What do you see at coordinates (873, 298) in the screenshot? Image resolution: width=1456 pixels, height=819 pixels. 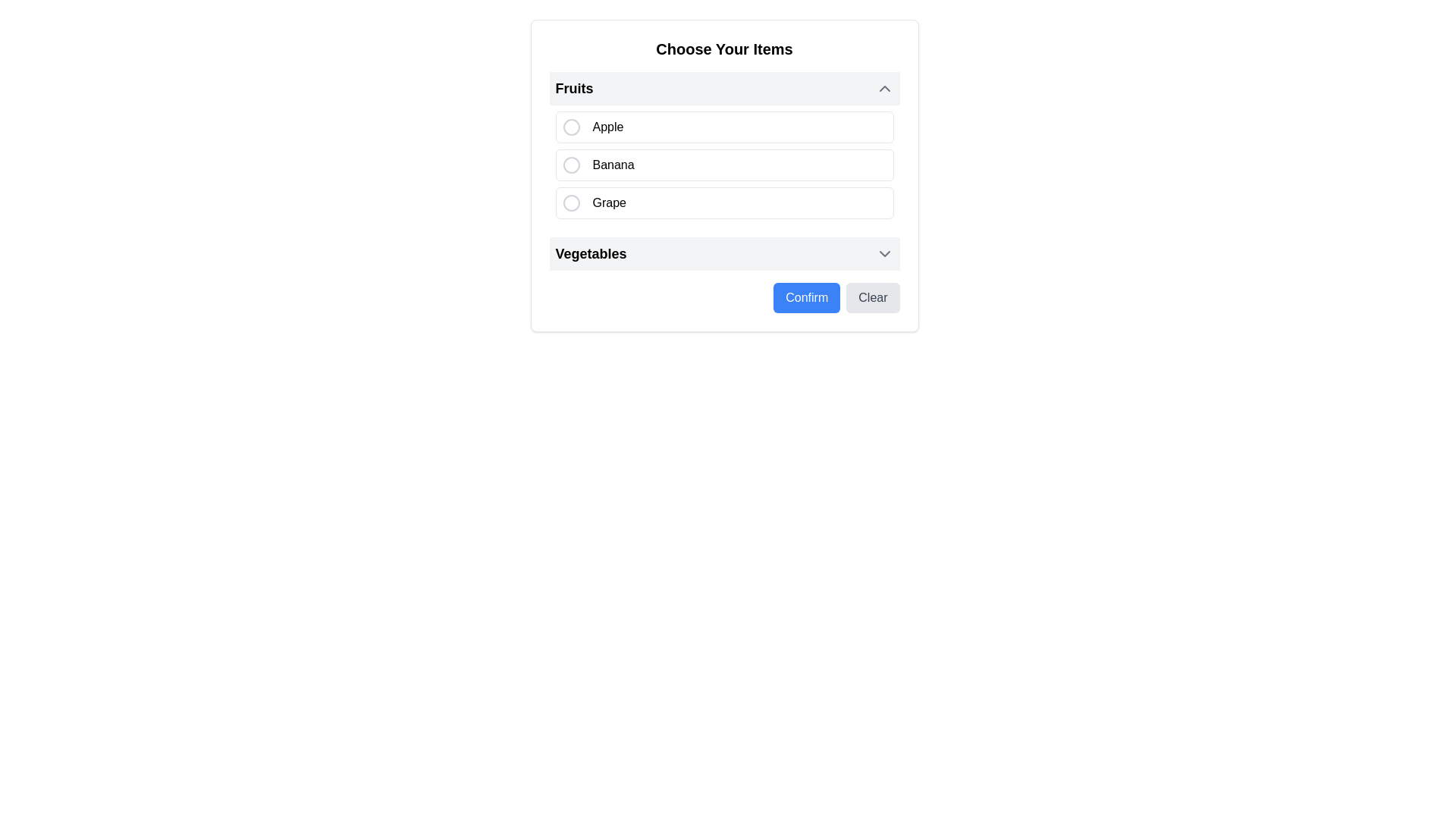 I see `the reset button located to the right of the blue 'Confirm' button at the bottom-right of the panel to observe its hover effect` at bounding box center [873, 298].